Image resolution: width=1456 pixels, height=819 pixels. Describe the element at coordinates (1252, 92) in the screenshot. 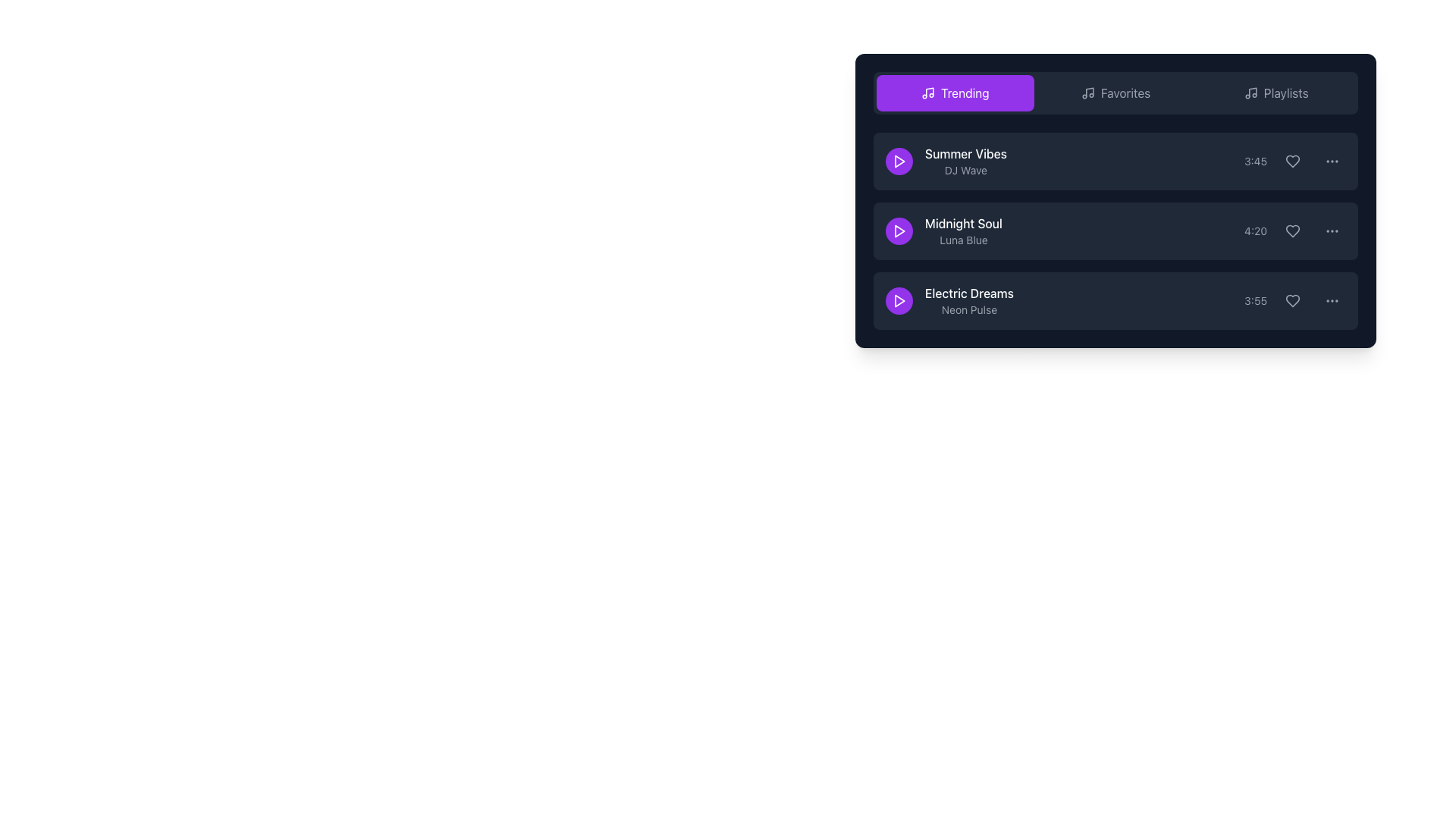

I see `the diagonal line of the musical note icon in the 'Playlists' tab label, which serves as a decorative element adjacent to the 'Trending' and 'Favorites' tabs` at that location.